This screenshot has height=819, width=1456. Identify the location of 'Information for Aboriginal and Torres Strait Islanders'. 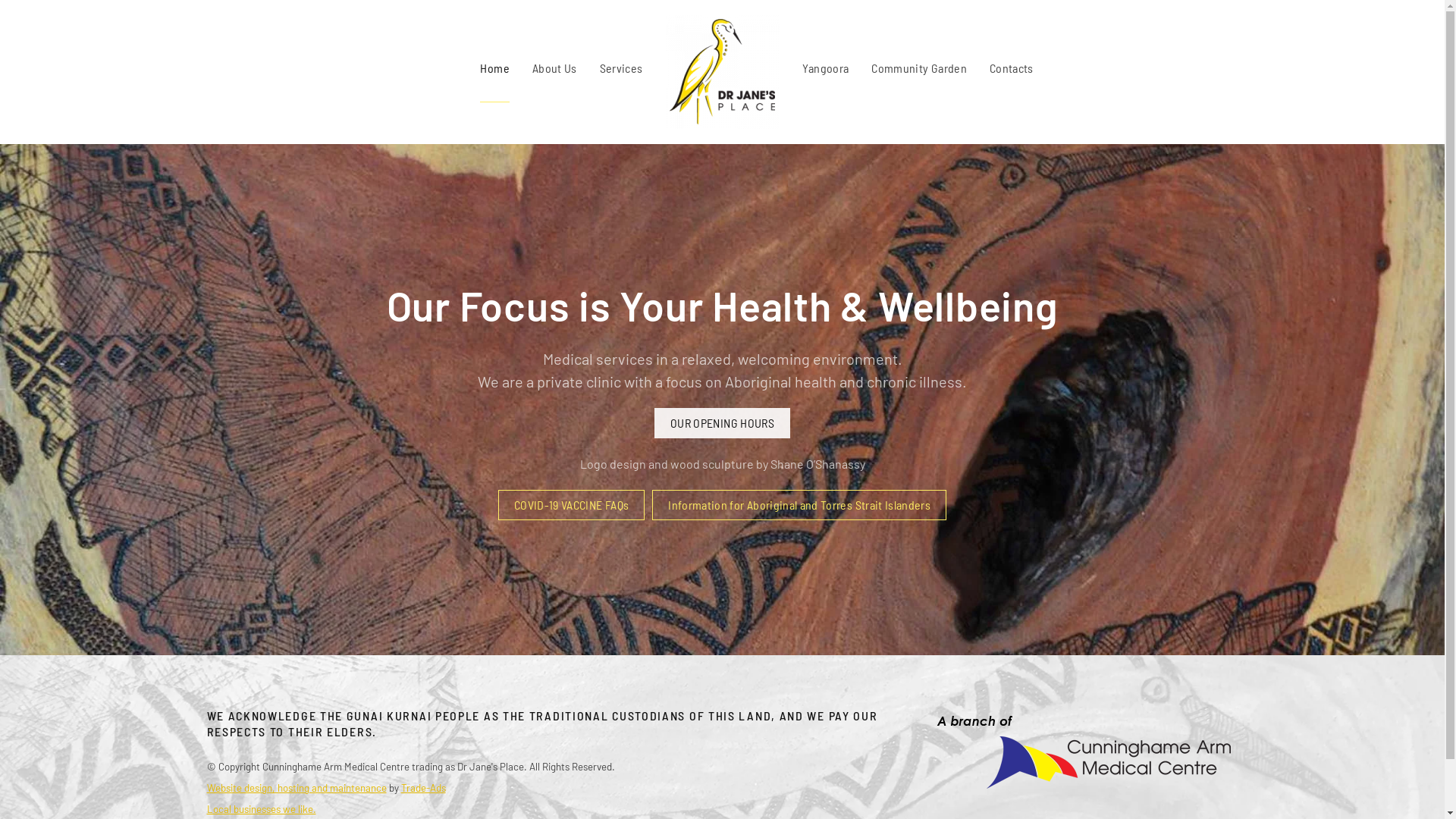
(799, 505).